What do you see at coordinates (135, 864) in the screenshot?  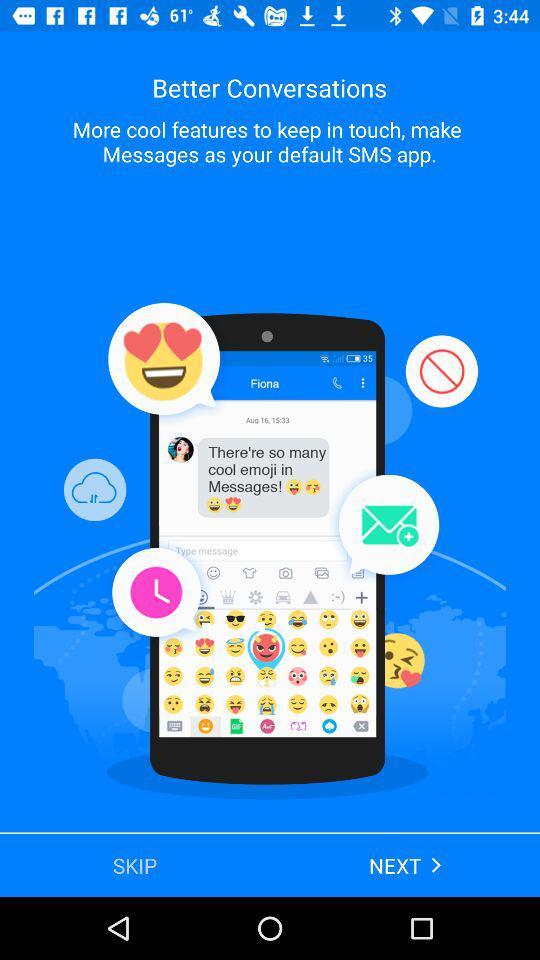 I see `the icon next to the next` at bounding box center [135, 864].